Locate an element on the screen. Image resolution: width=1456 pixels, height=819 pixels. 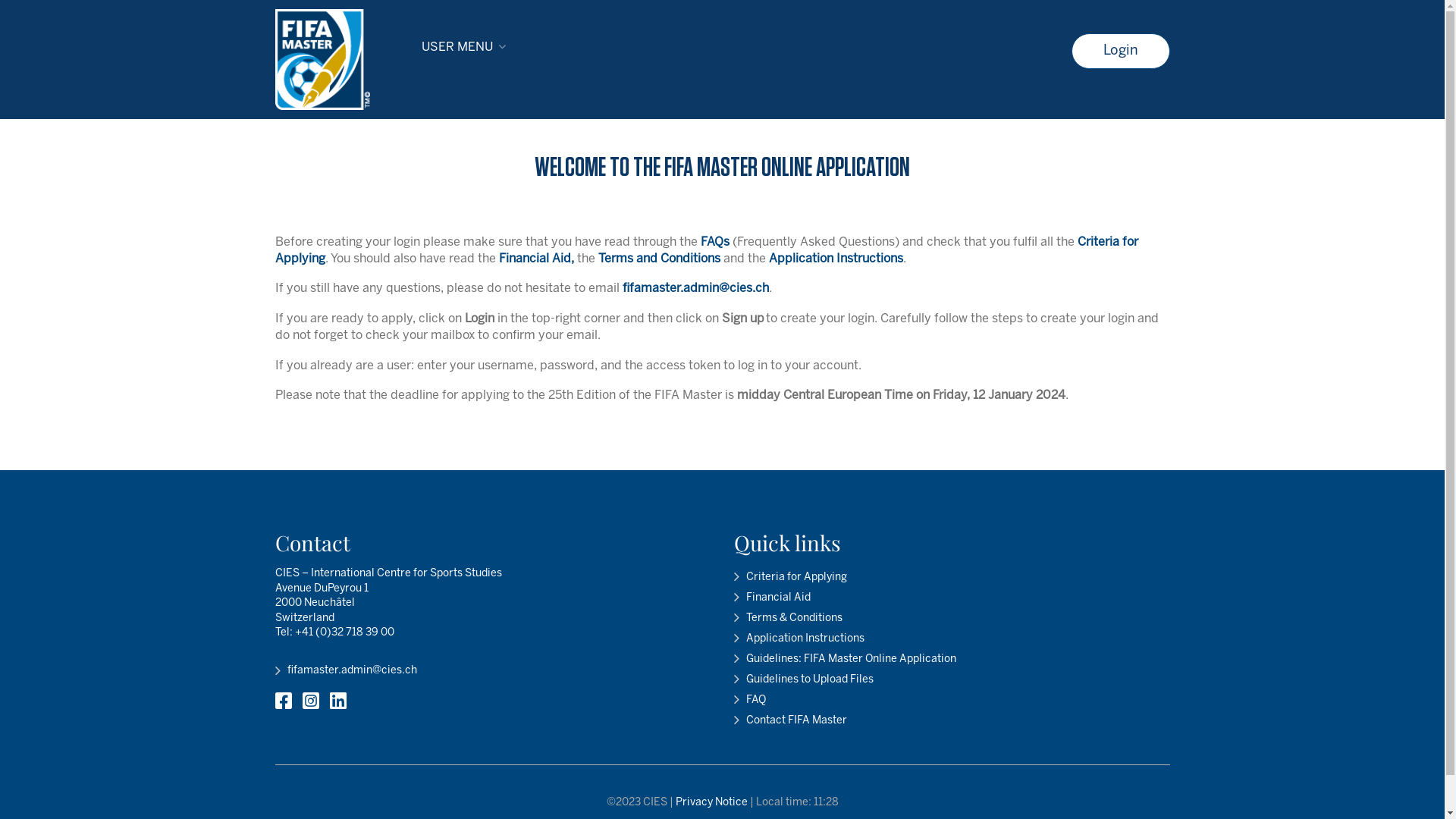
'Contact FIFA Master' is located at coordinates (734, 721).